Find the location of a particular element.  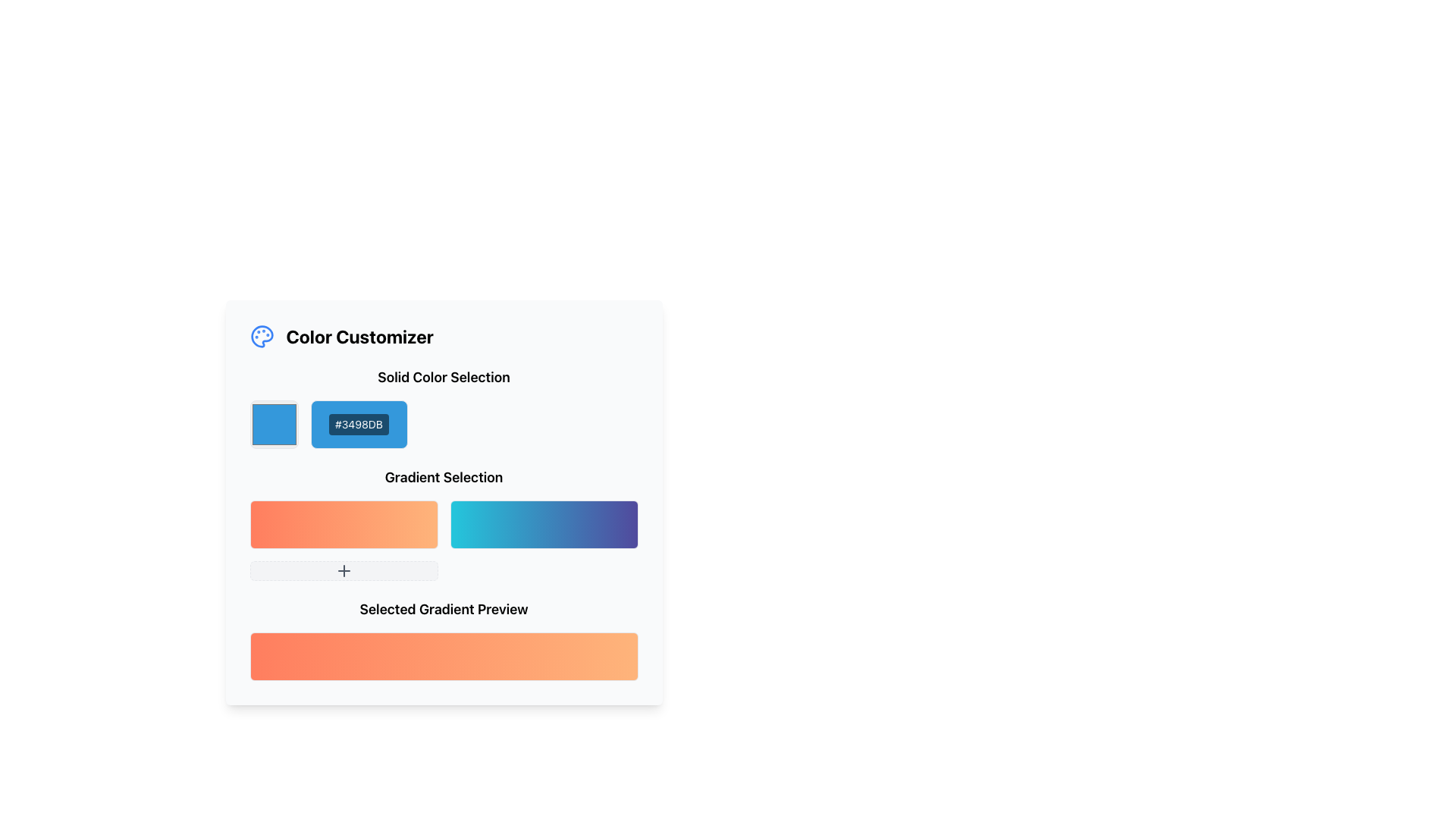

the color selection element located below the 'Solid Color Selection' title within the 'Color Customizer' interface panel is located at coordinates (443, 406).